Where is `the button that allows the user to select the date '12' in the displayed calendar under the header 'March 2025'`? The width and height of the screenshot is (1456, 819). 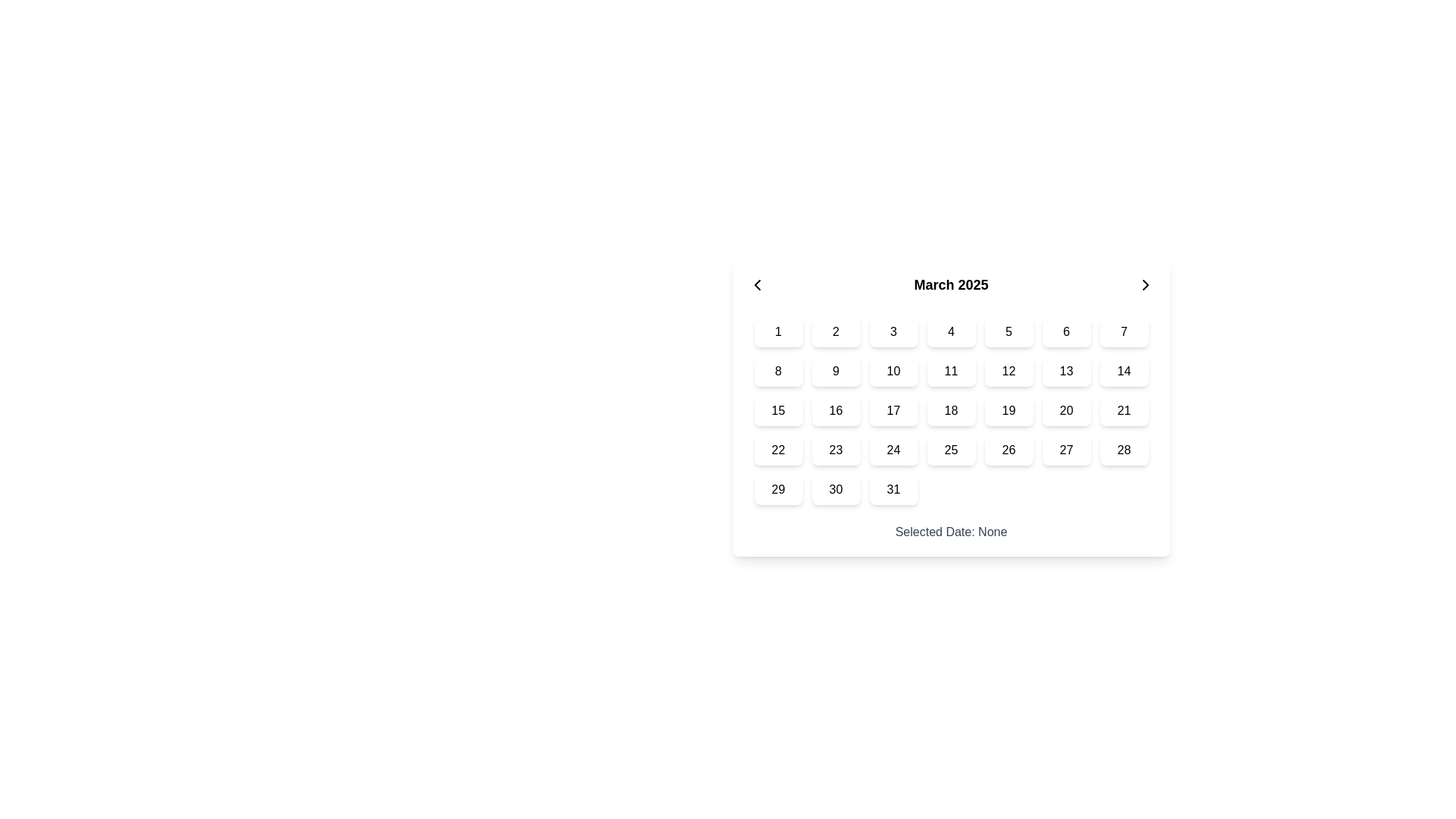 the button that allows the user to select the date '12' in the displayed calendar under the header 'March 2025' is located at coordinates (1009, 371).